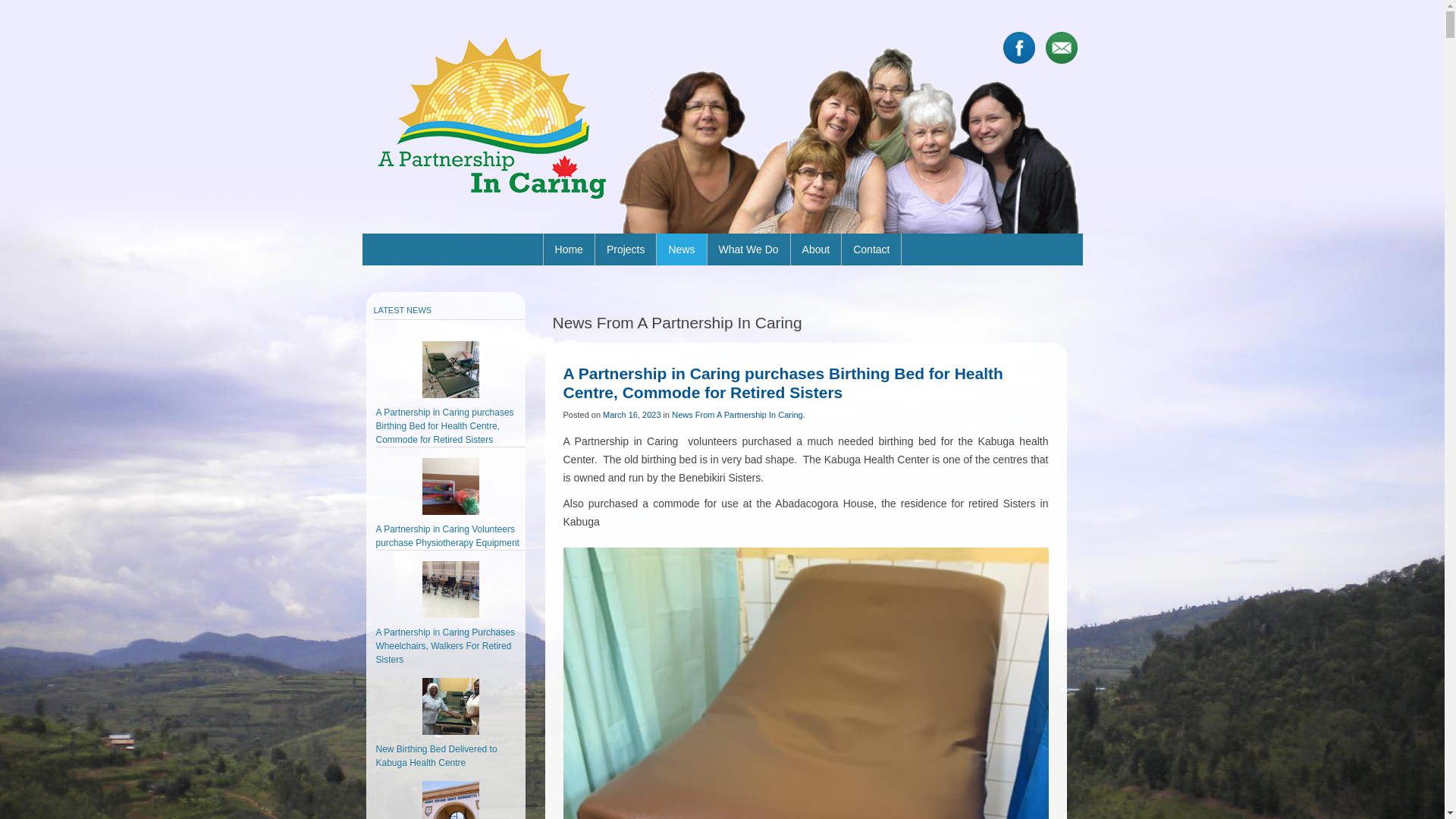  What do you see at coordinates (1002, 46) in the screenshot?
I see `'Follow A Partnership In Caring on Facebook'` at bounding box center [1002, 46].